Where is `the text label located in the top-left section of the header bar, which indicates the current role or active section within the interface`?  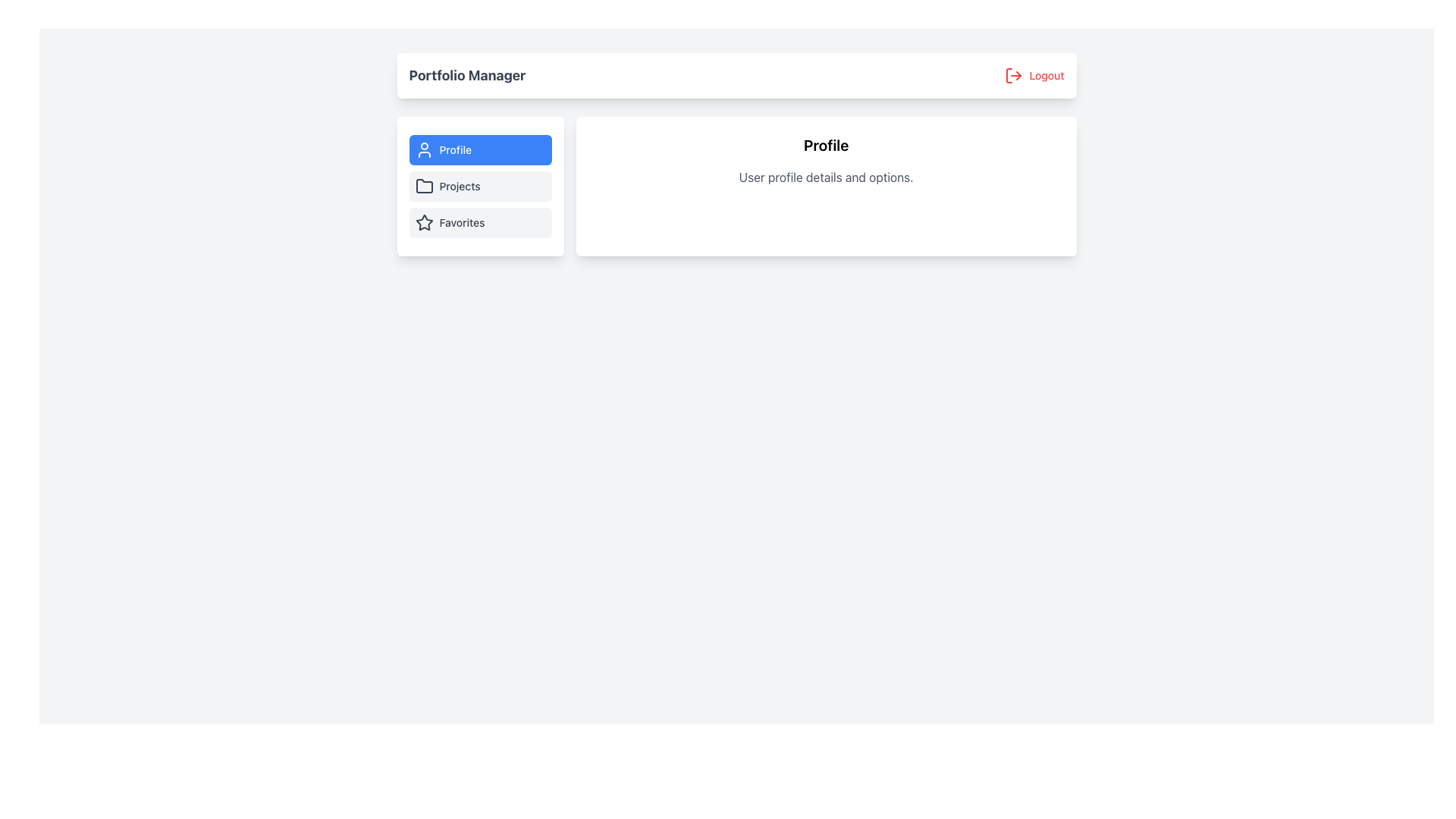
the text label located in the top-left section of the header bar, which indicates the current role or active section within the interface is located at coordinates (466, 76).